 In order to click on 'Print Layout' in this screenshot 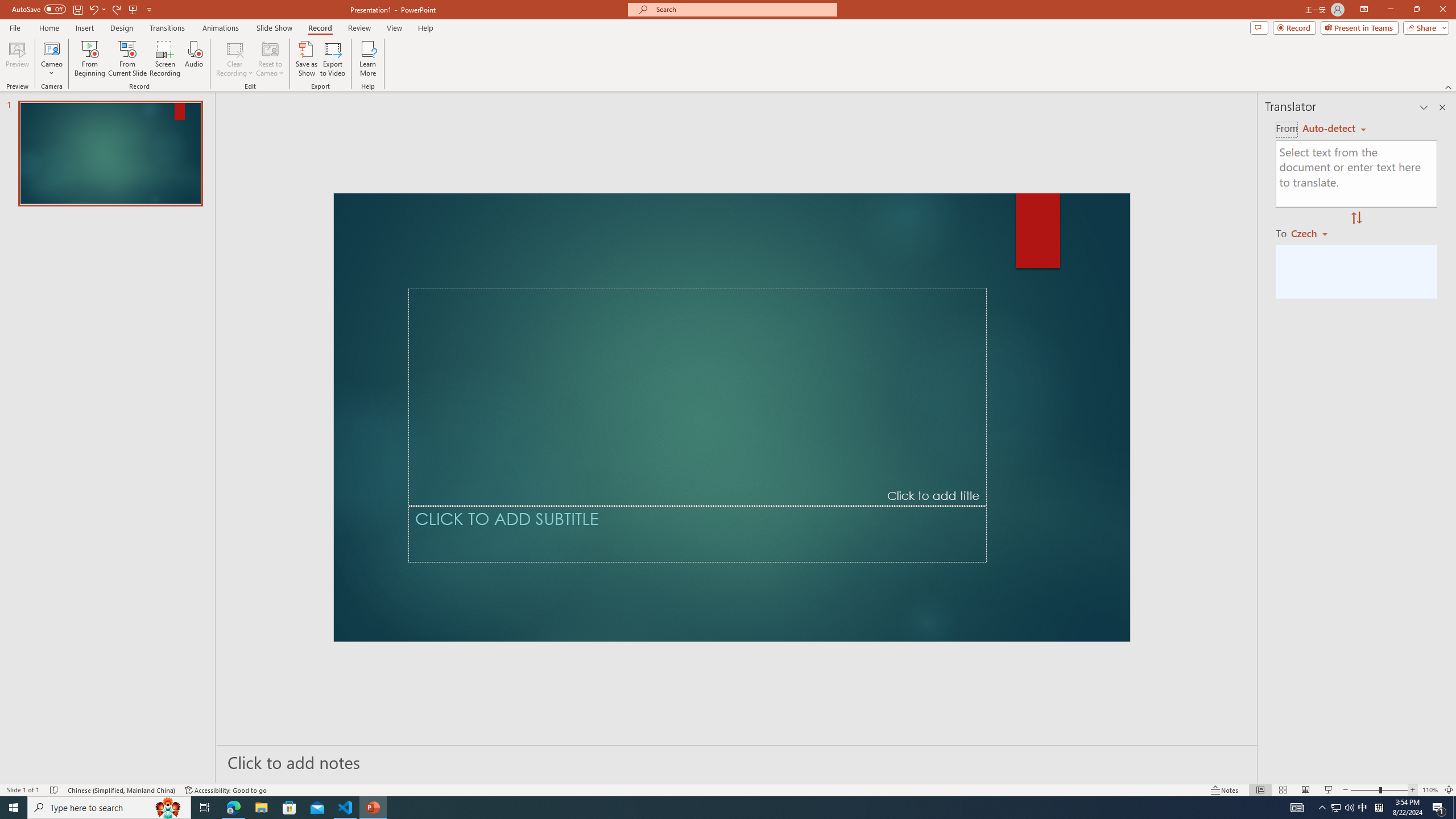, I will do `click(1254, 773)`.